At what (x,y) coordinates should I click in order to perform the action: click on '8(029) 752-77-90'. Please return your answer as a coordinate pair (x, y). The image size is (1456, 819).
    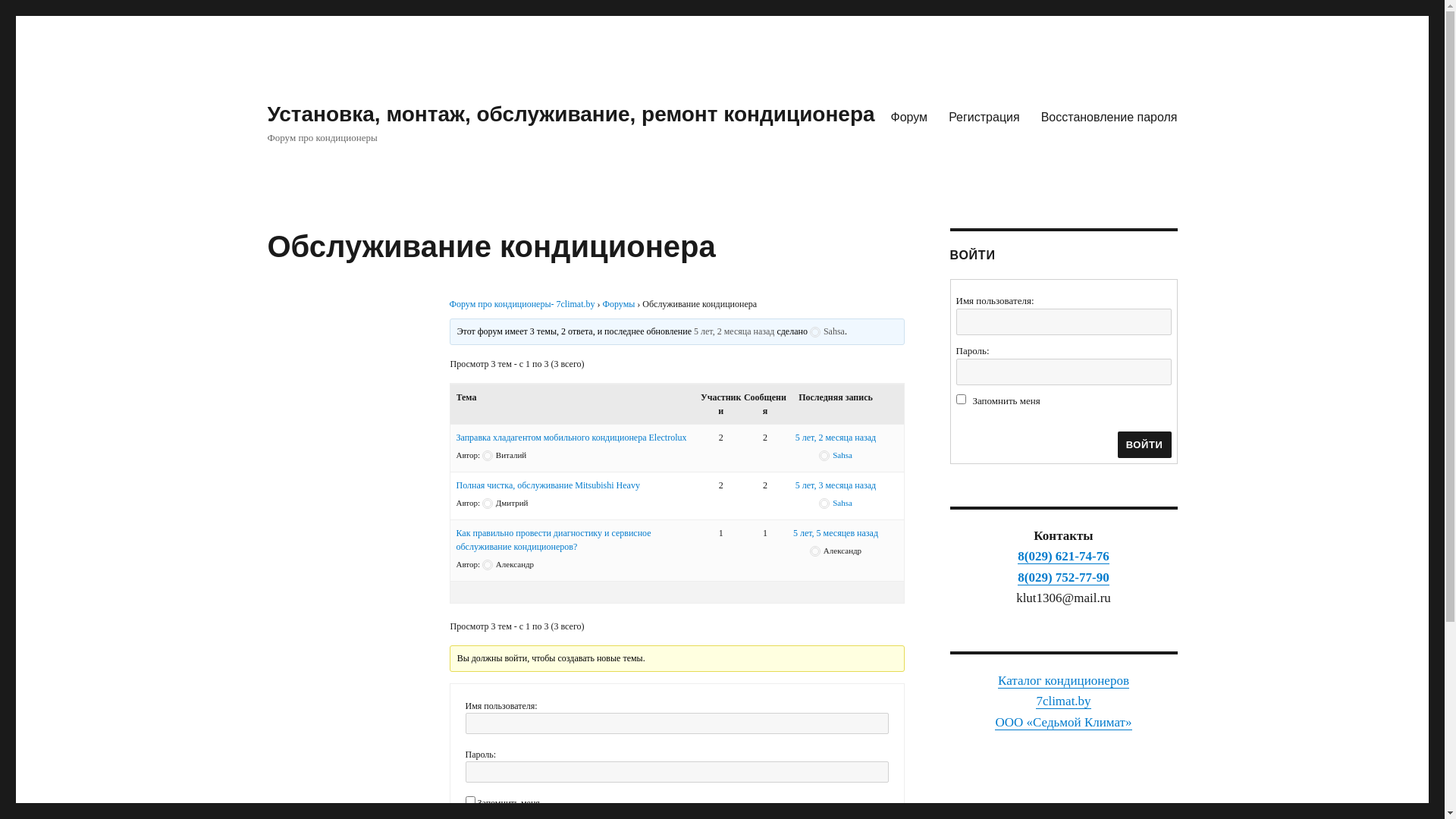
    Looking at the image, I should click on (1018, 577).